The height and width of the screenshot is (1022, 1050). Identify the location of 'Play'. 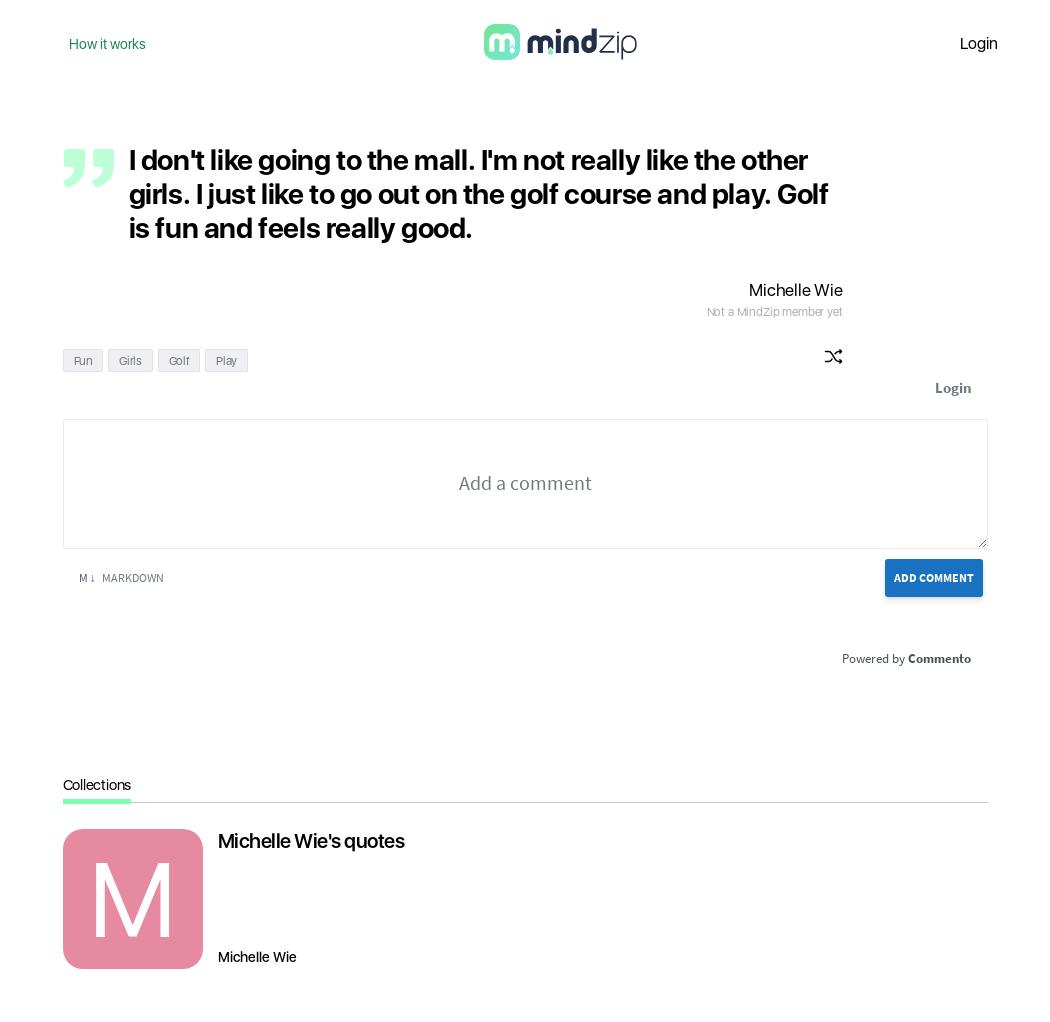
(225, 360).